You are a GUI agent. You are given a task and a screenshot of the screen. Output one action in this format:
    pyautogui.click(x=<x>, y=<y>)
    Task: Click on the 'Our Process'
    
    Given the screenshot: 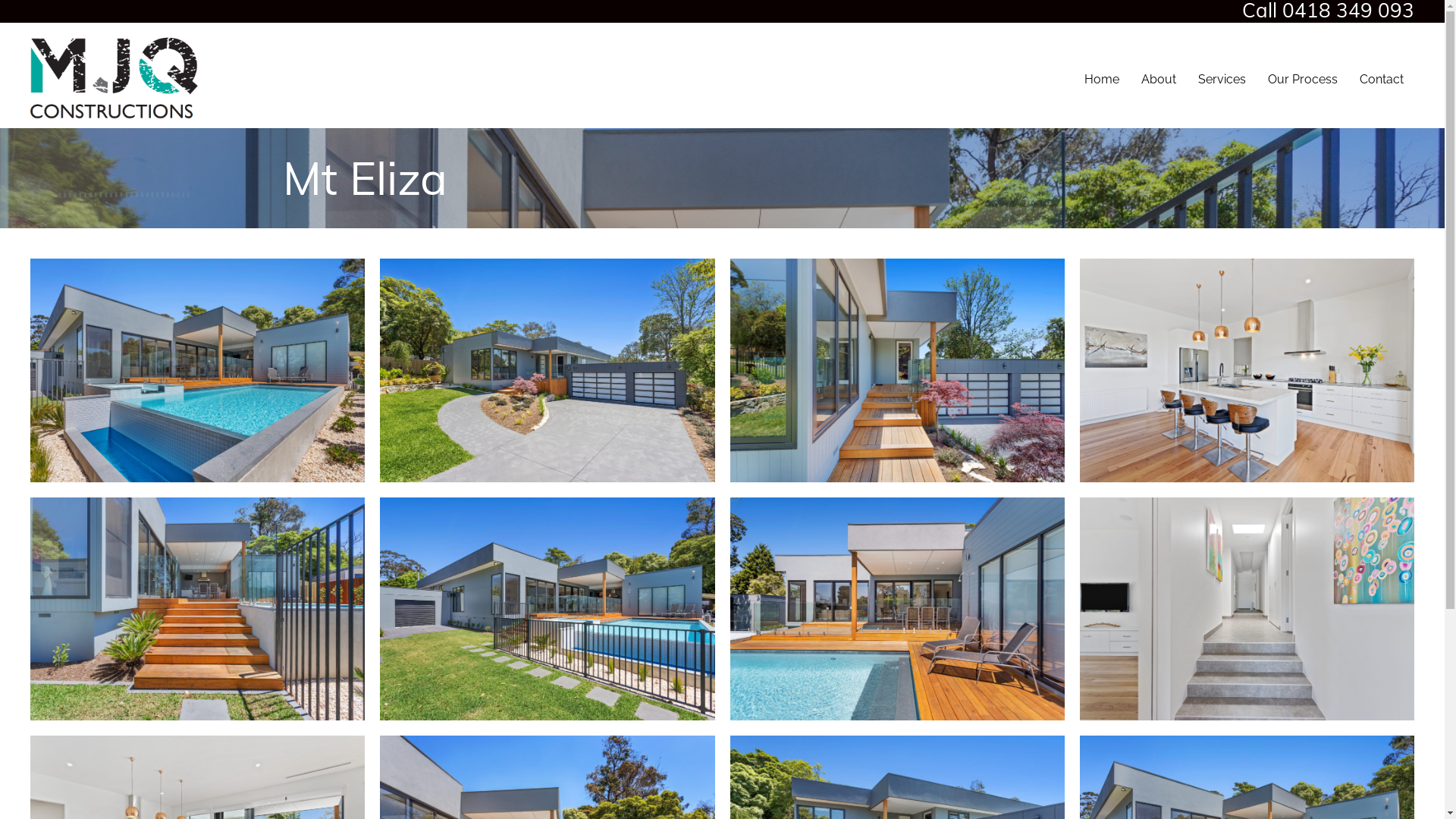 What is the action you would take?
    pyautogui.click(x=1257, y=79)
    